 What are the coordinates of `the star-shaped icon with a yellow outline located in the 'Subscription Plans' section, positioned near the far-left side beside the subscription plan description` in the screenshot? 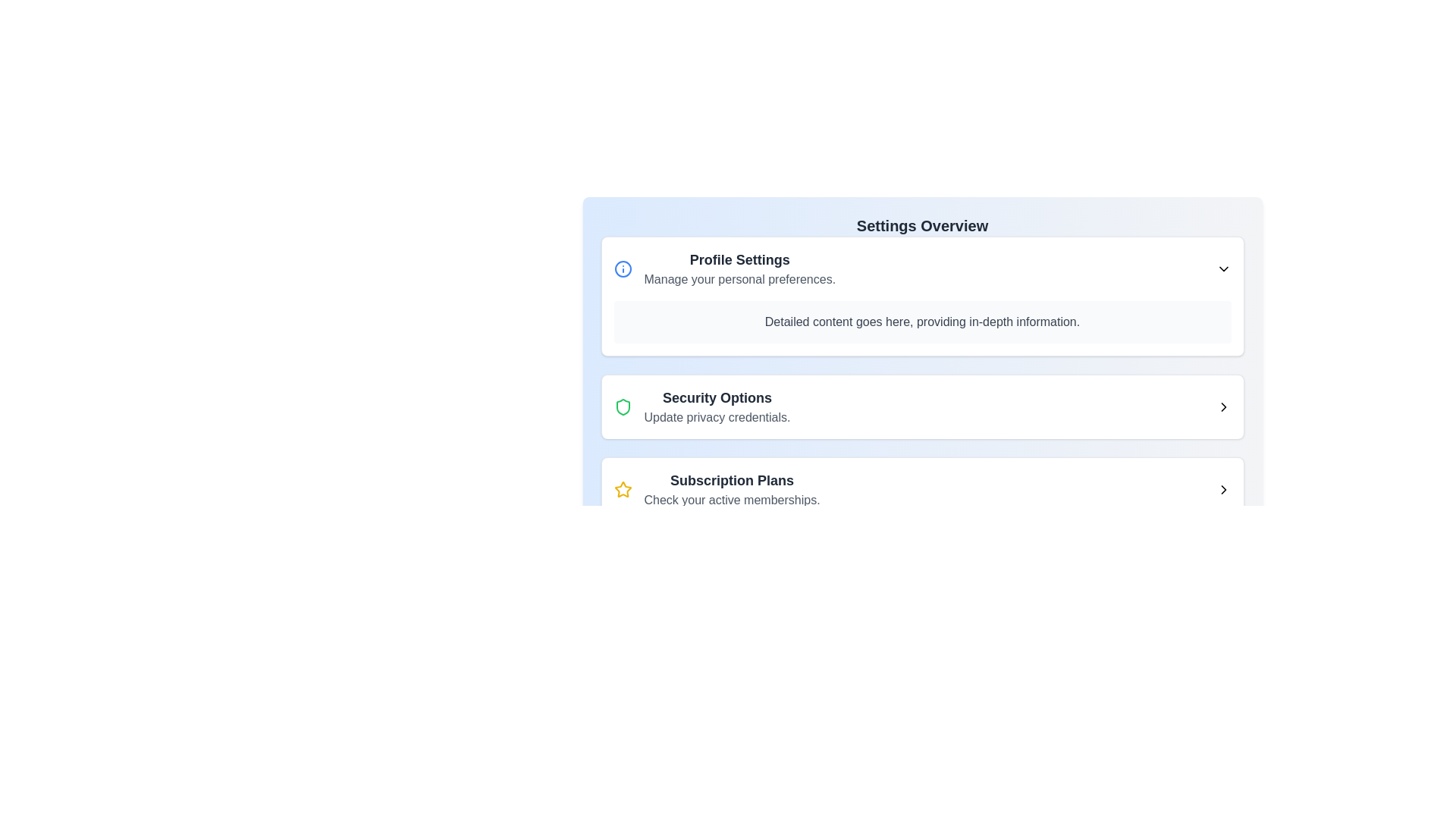 It's located at (623, 489).